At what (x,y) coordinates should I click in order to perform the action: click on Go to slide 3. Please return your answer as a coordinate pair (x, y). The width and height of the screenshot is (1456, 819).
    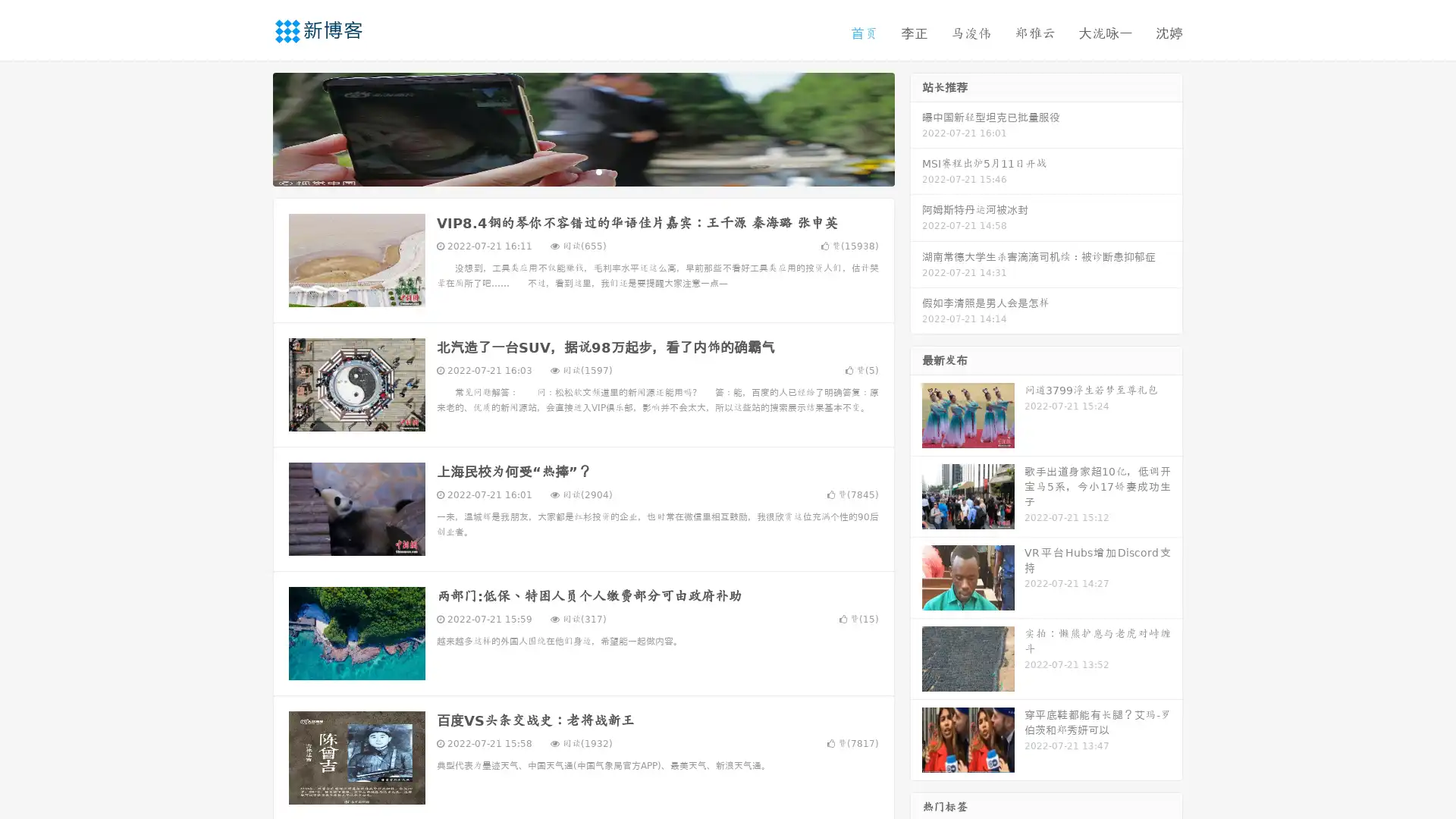
    Looking at the image, I should click on (598, 171).